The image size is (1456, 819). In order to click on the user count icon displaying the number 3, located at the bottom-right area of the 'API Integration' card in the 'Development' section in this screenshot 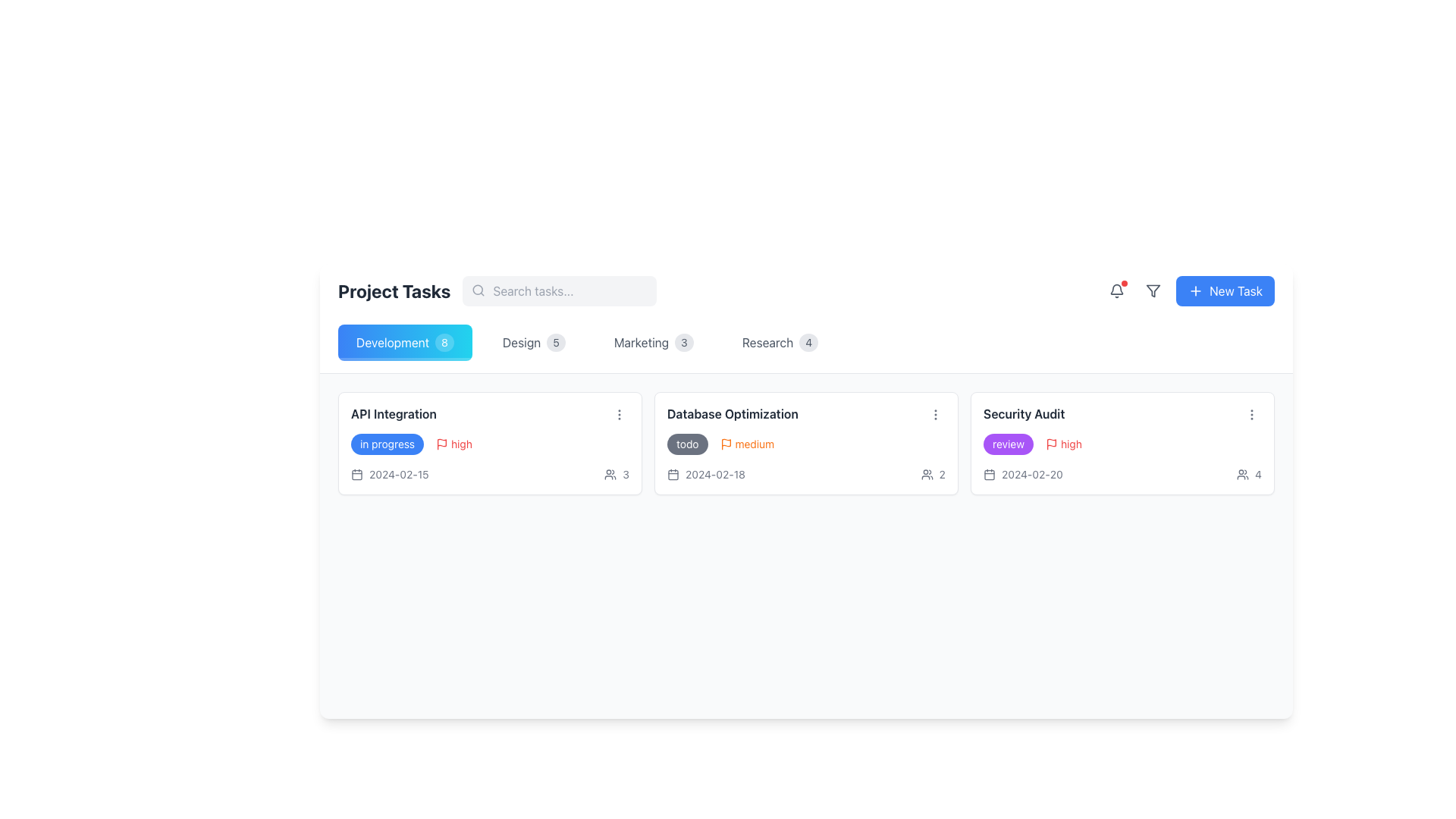, I will do `click(617, 473)`.